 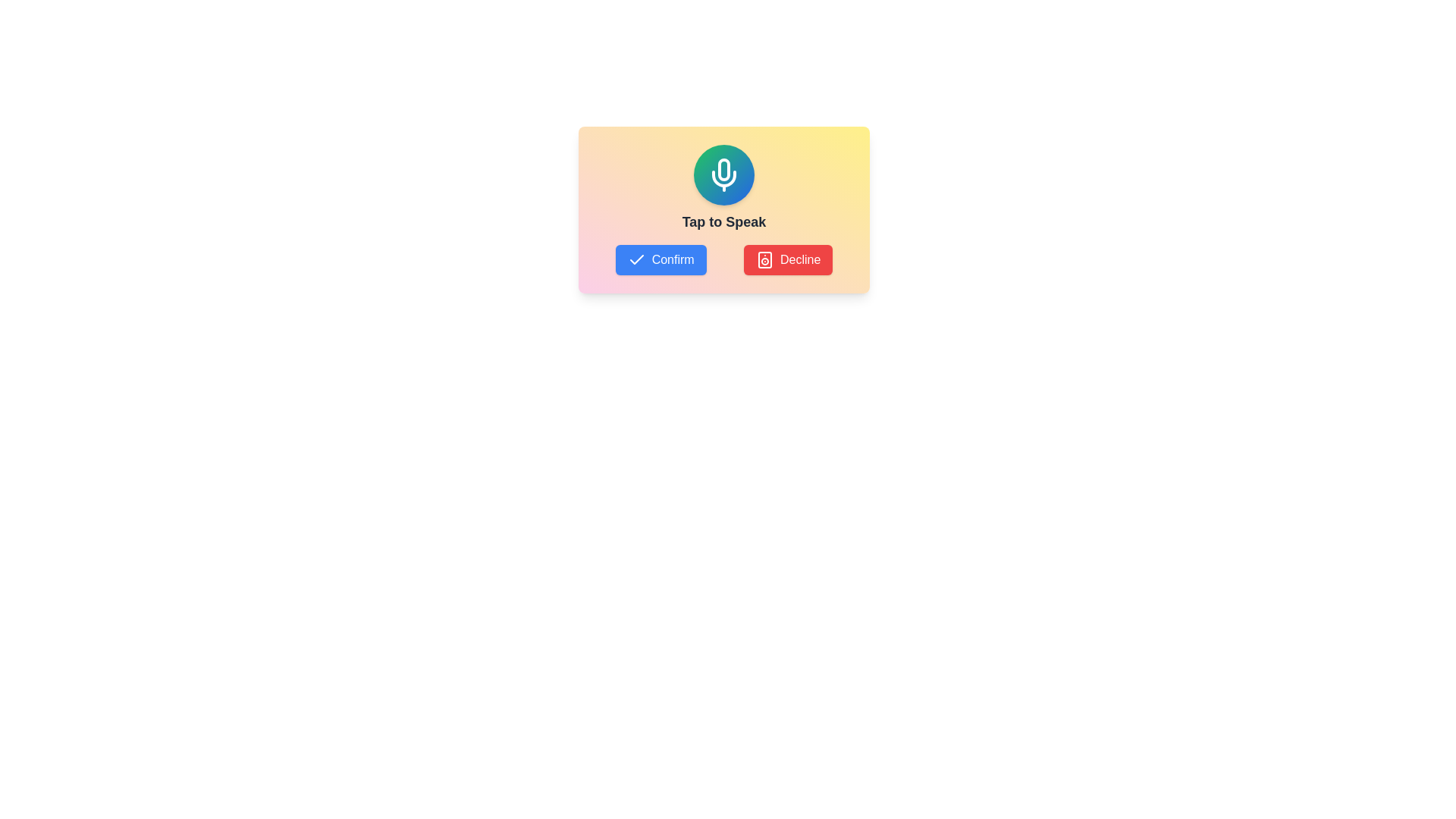 What do you see at coordinates (723, 188) in the screenshot?
I see `the interactive microphone icon labeled 'Tap to Speak'` at bounding box center [723, 188].